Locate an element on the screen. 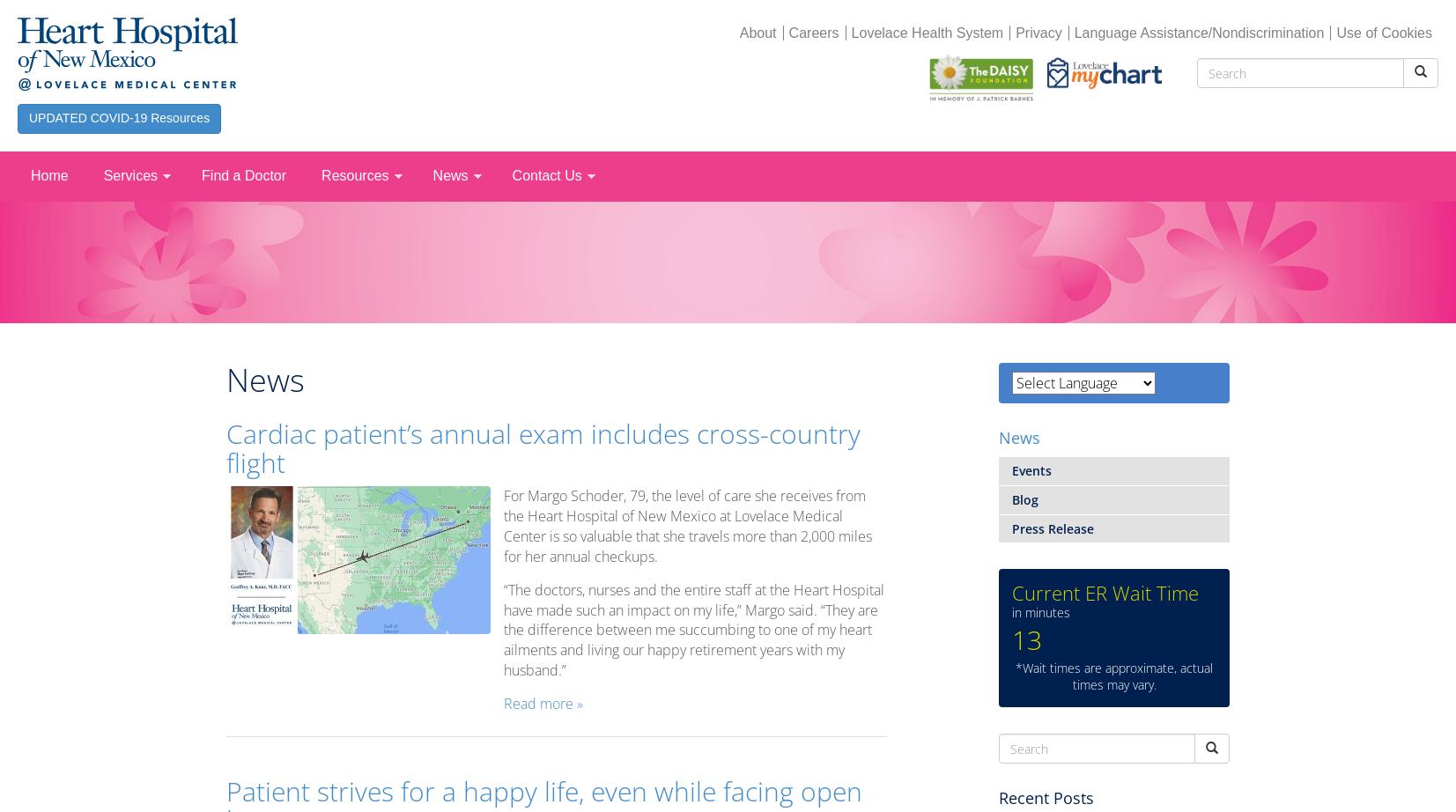 Image resolution: width=1456 pixels, height=812 pixels. 'Language Assistance/Nondiscrimination' is located at coordinates (1073, 33).